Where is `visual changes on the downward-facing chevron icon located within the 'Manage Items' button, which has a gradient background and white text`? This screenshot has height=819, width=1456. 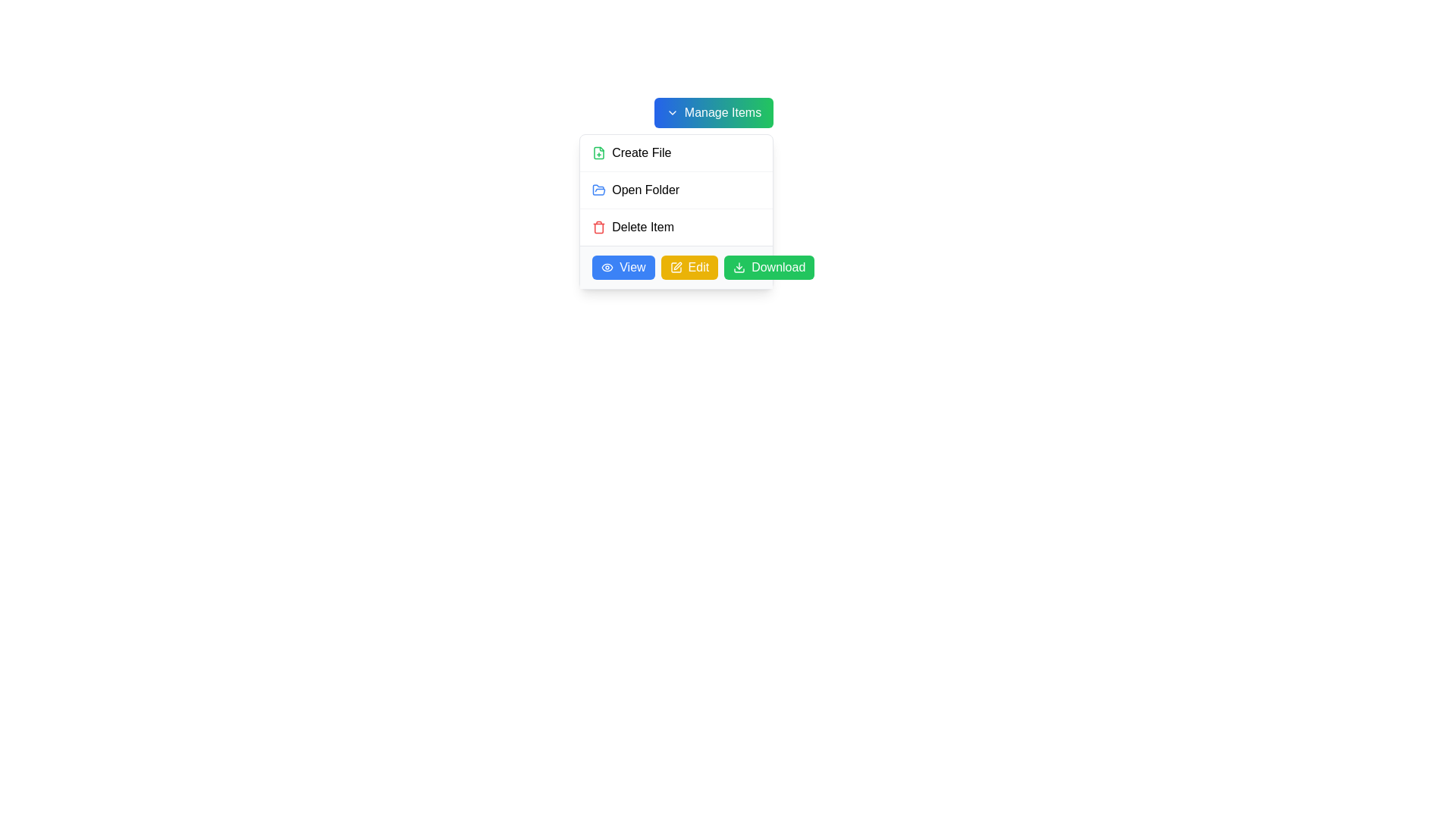
visual changes on the downward-facing chevron icon located within the 'Manage Items' button, which has a gradient background and white text is located at coordinates (671, 112).